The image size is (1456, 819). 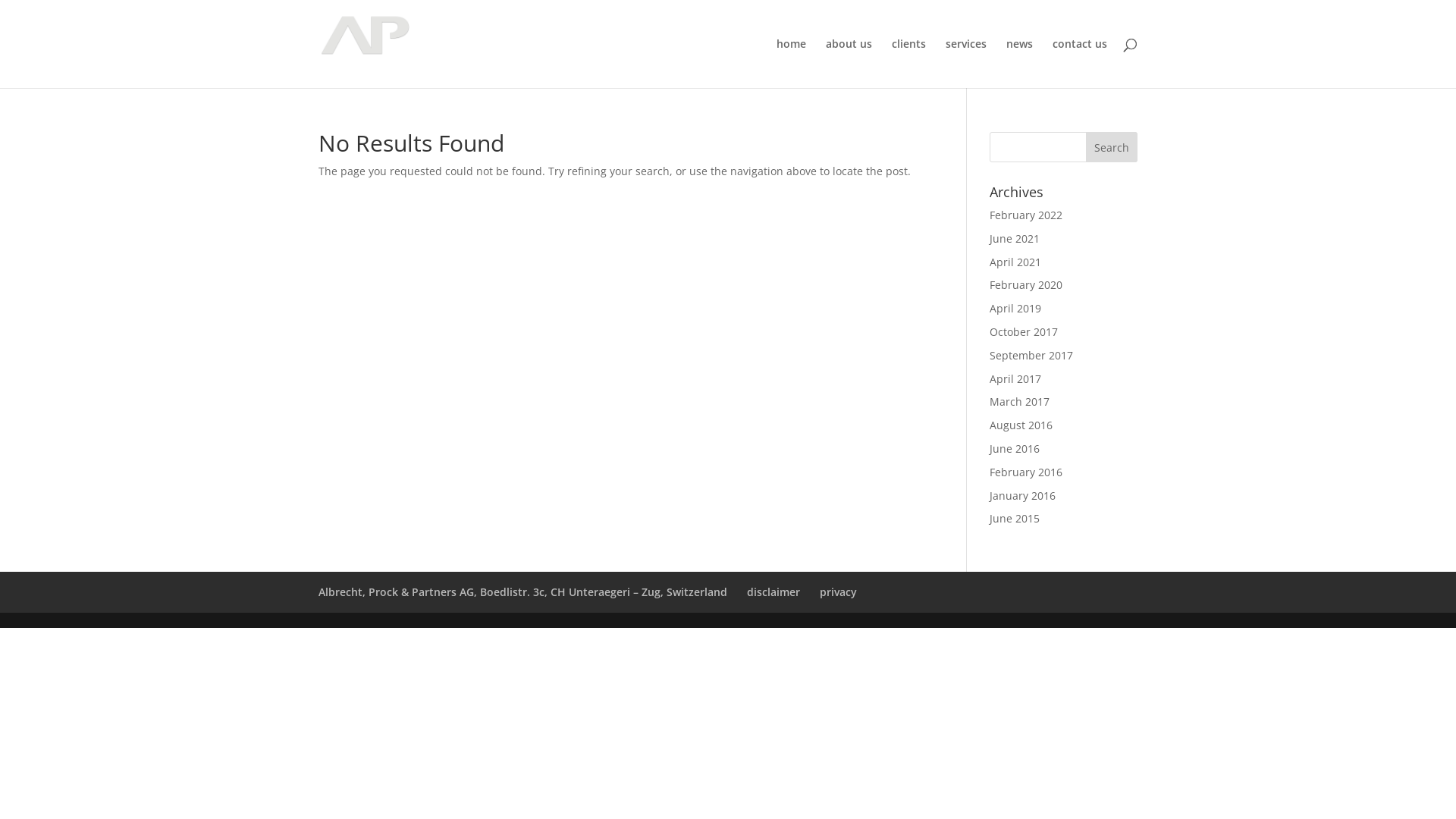 I want to click on 'privacy', so click(x=818, y=591).